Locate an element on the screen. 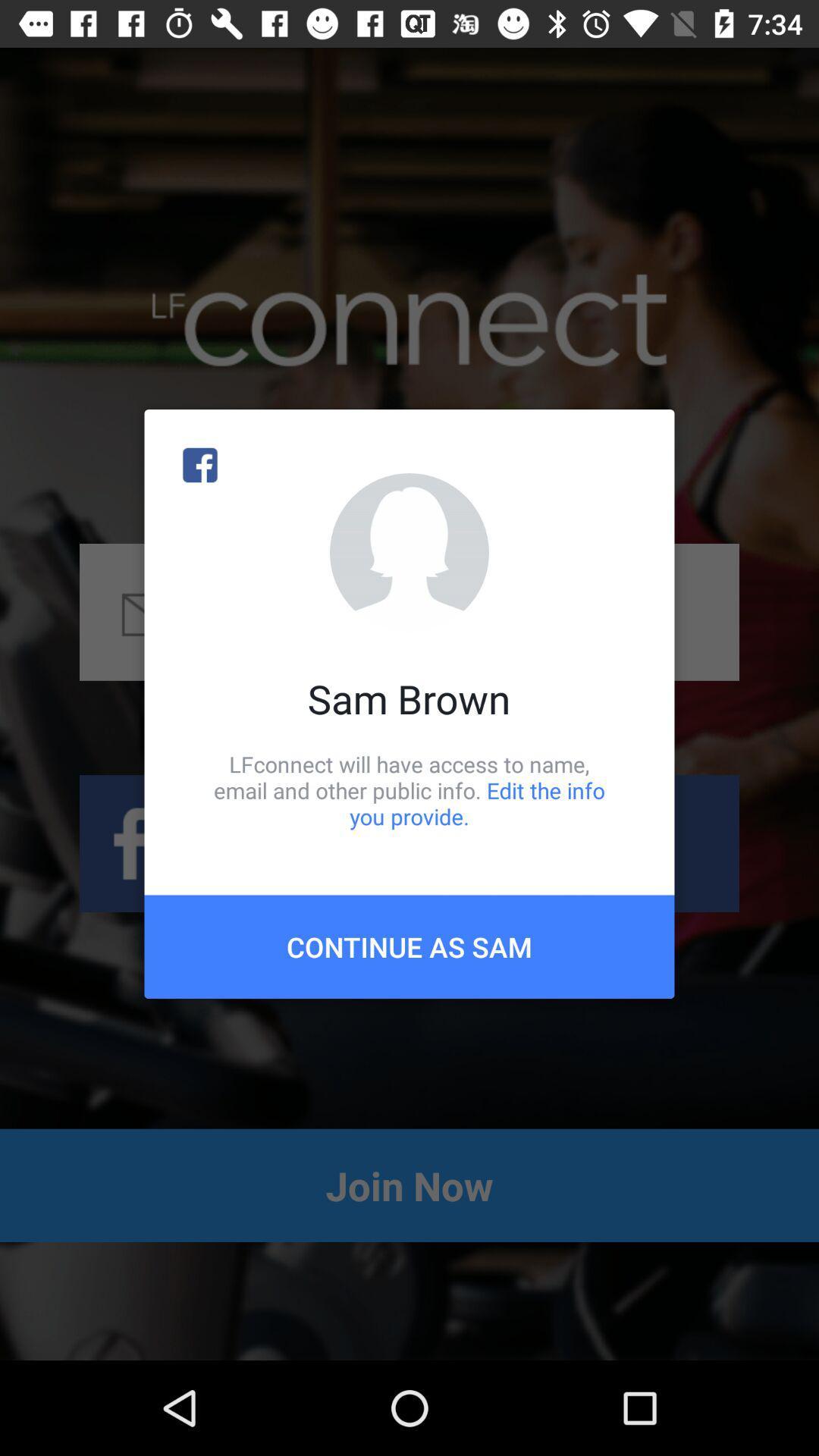  item below the lfconnect will have is located at coordinates (409, 946).